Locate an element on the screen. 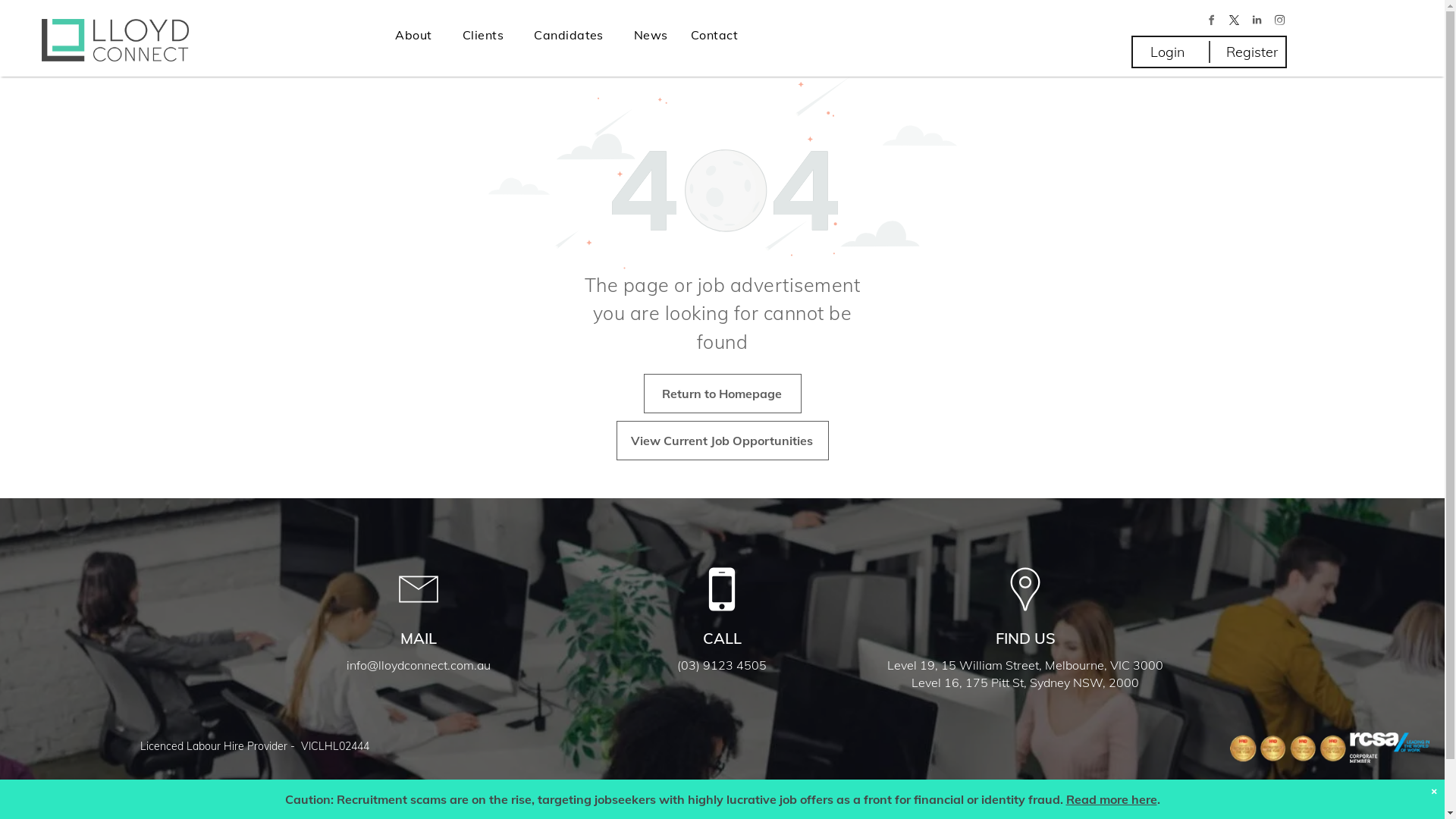 This screenshot has height=819, width=1456. 'info@lloydconnect.com.au' is located at coordinates (419, 664).